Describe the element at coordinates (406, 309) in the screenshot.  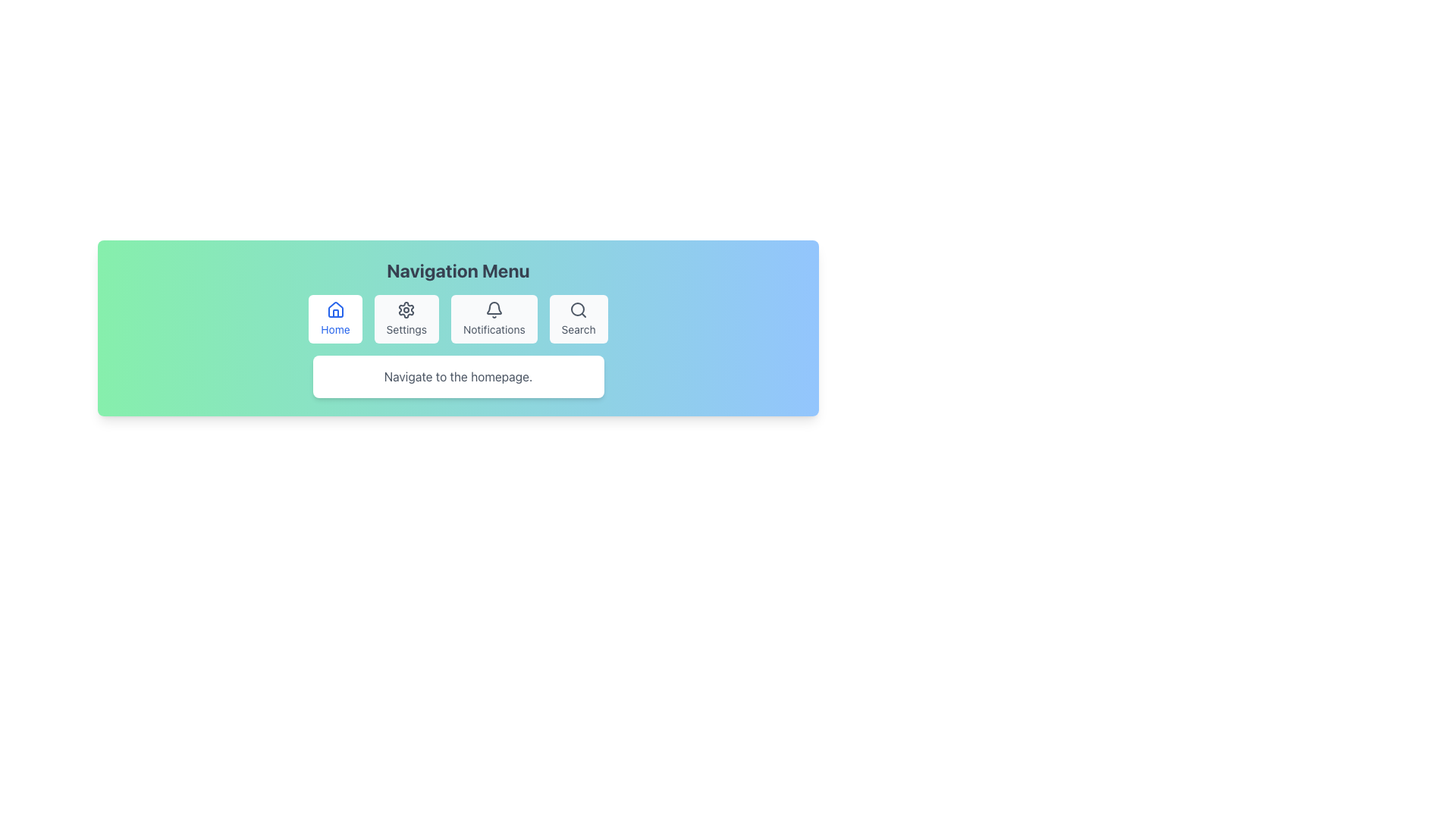
I see `the cogwheel-shaped icon within the 'Settings' button` at that location.